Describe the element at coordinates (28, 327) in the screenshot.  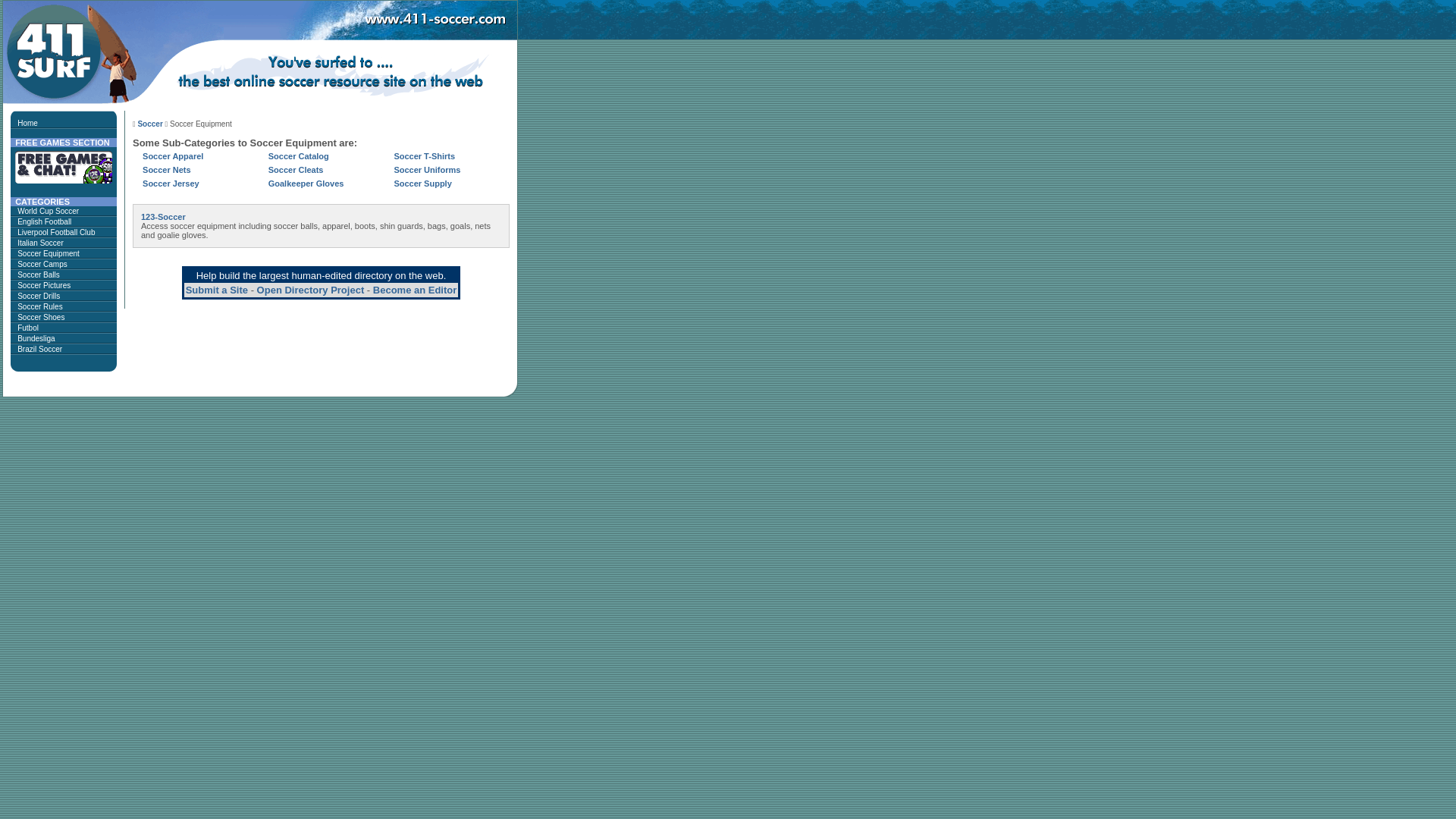
I see `'Futbol'` at that location.